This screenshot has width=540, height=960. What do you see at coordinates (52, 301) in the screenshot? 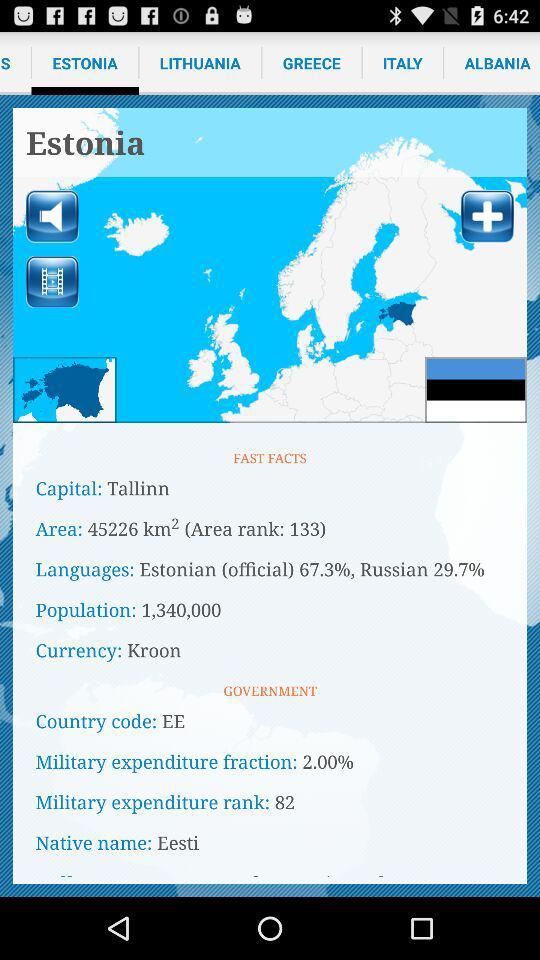
I see `the date_range icon` at bounding box center [52, 301].